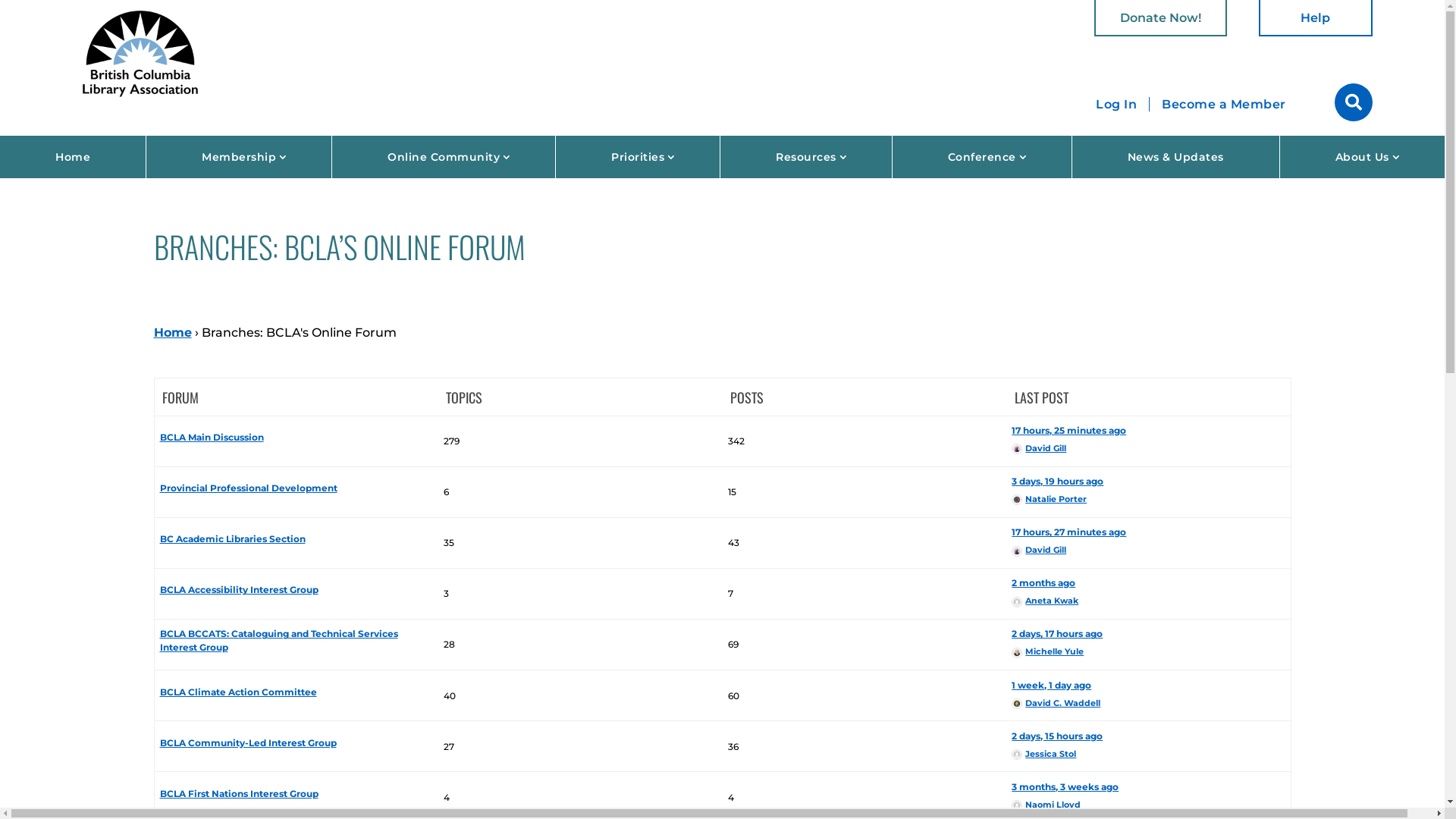 The width and height of the screenshot is (1456, 819). What do you see at coordinates (1259, 17) in the screenshot?
I see `'Help'` at bounding box center [1259, 17].